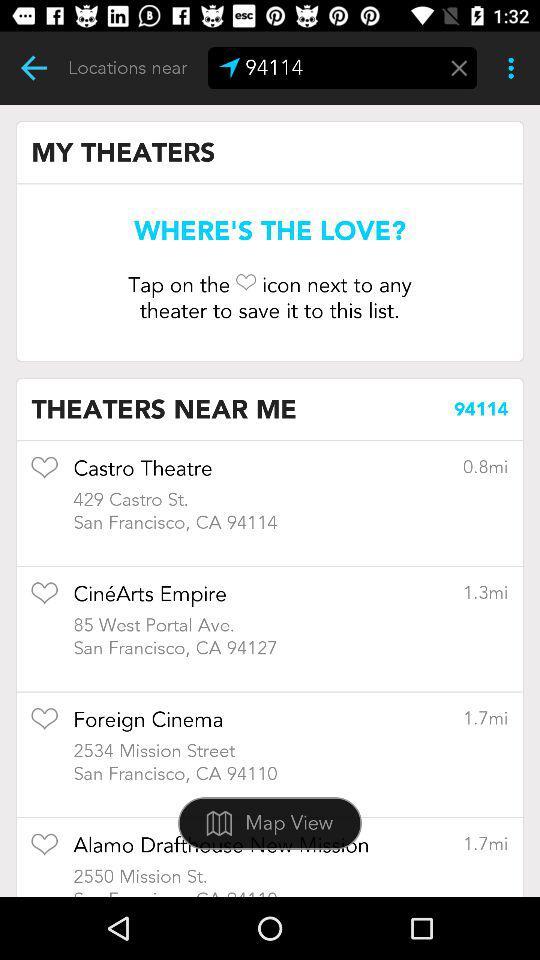  What do you see at coordinates (44, 850) in the screenshot?
I see `selection` at bounding box center [44, 850].